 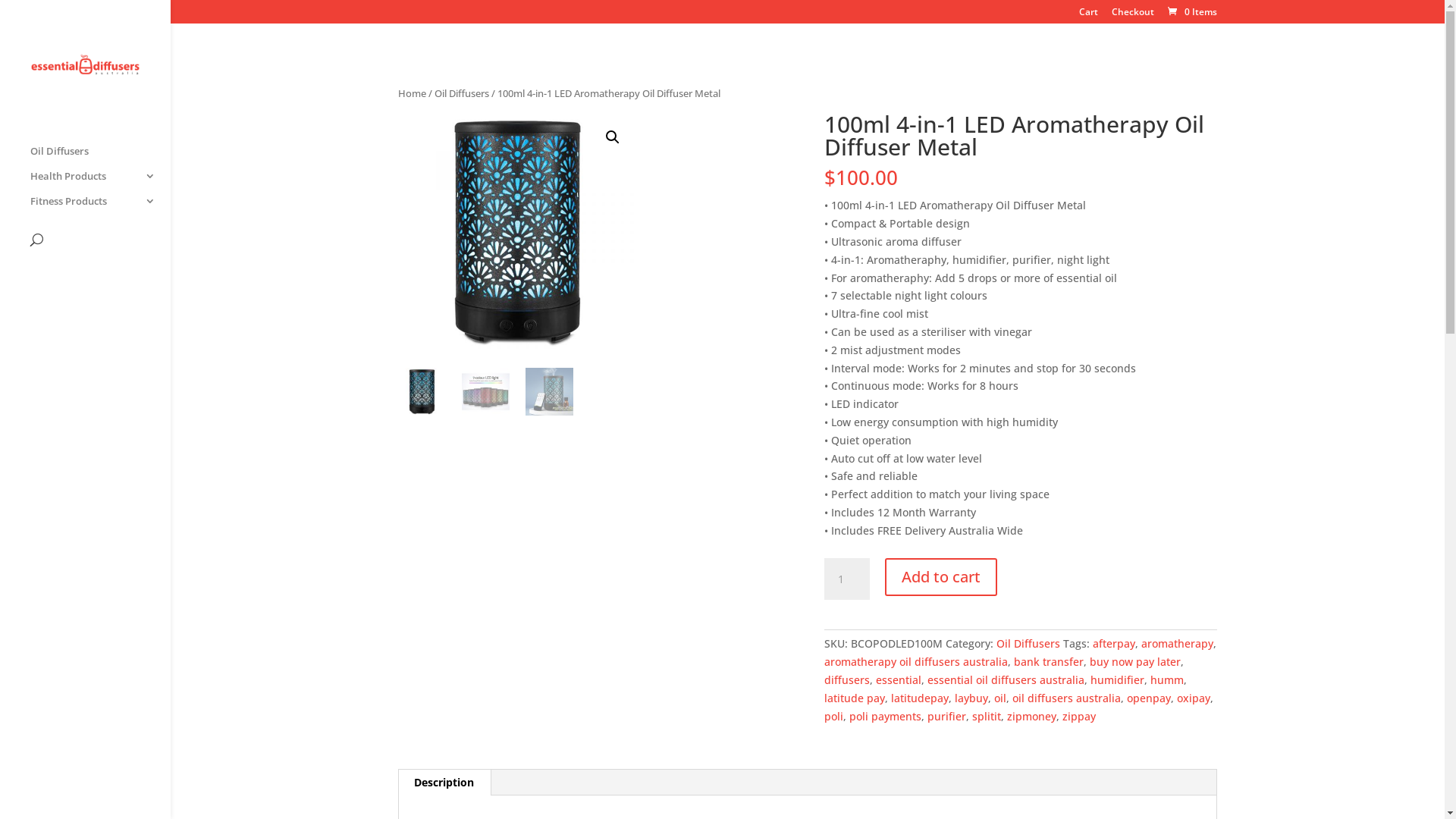 What do you see at coordinates (1132, 15) in the screenshot?
I see `'Checkout'` at bounding box center [1132, 15].